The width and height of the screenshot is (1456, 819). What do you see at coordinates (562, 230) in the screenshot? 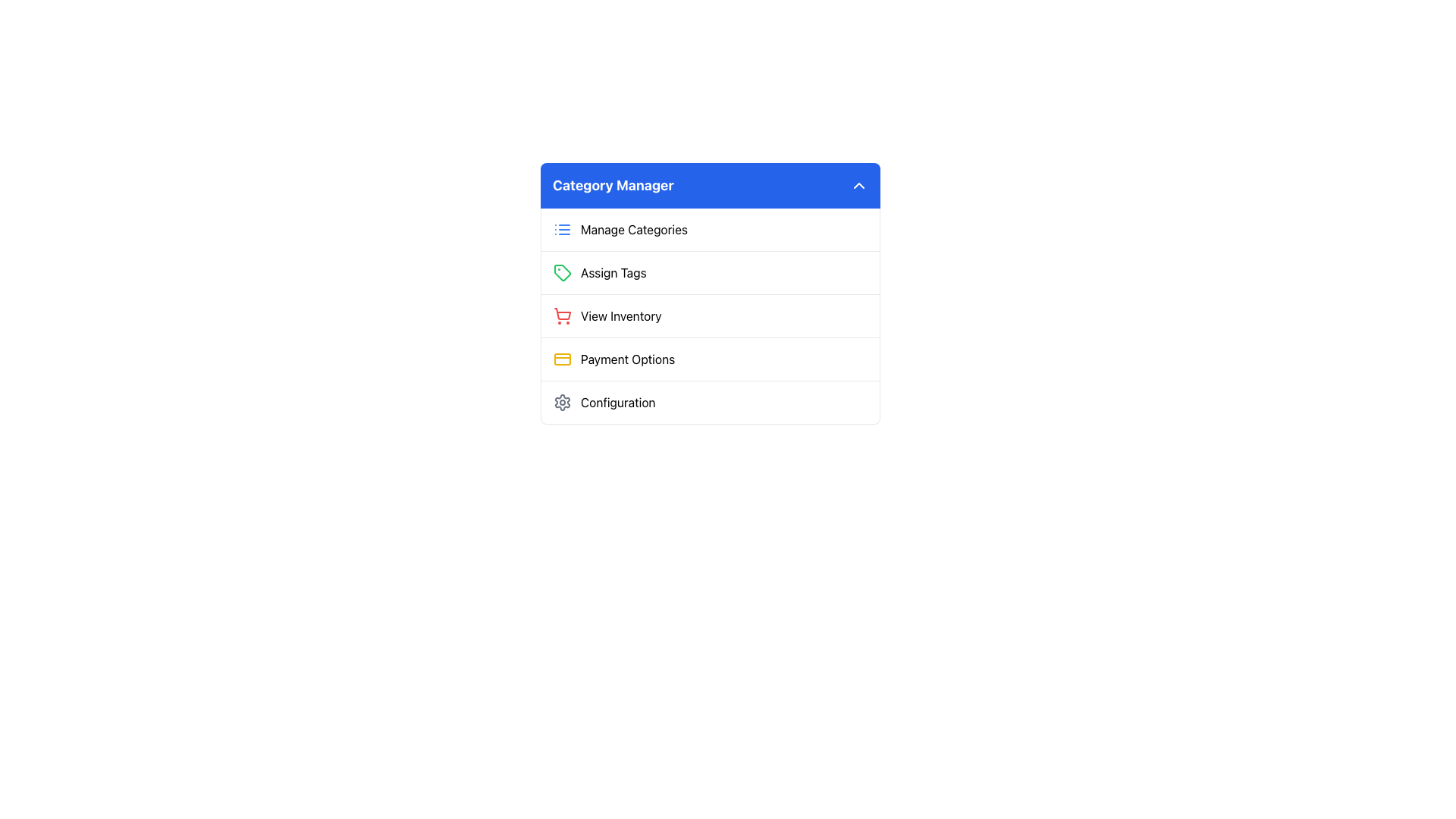
I see `the blue list icon located` at bounding box center [562, 230].